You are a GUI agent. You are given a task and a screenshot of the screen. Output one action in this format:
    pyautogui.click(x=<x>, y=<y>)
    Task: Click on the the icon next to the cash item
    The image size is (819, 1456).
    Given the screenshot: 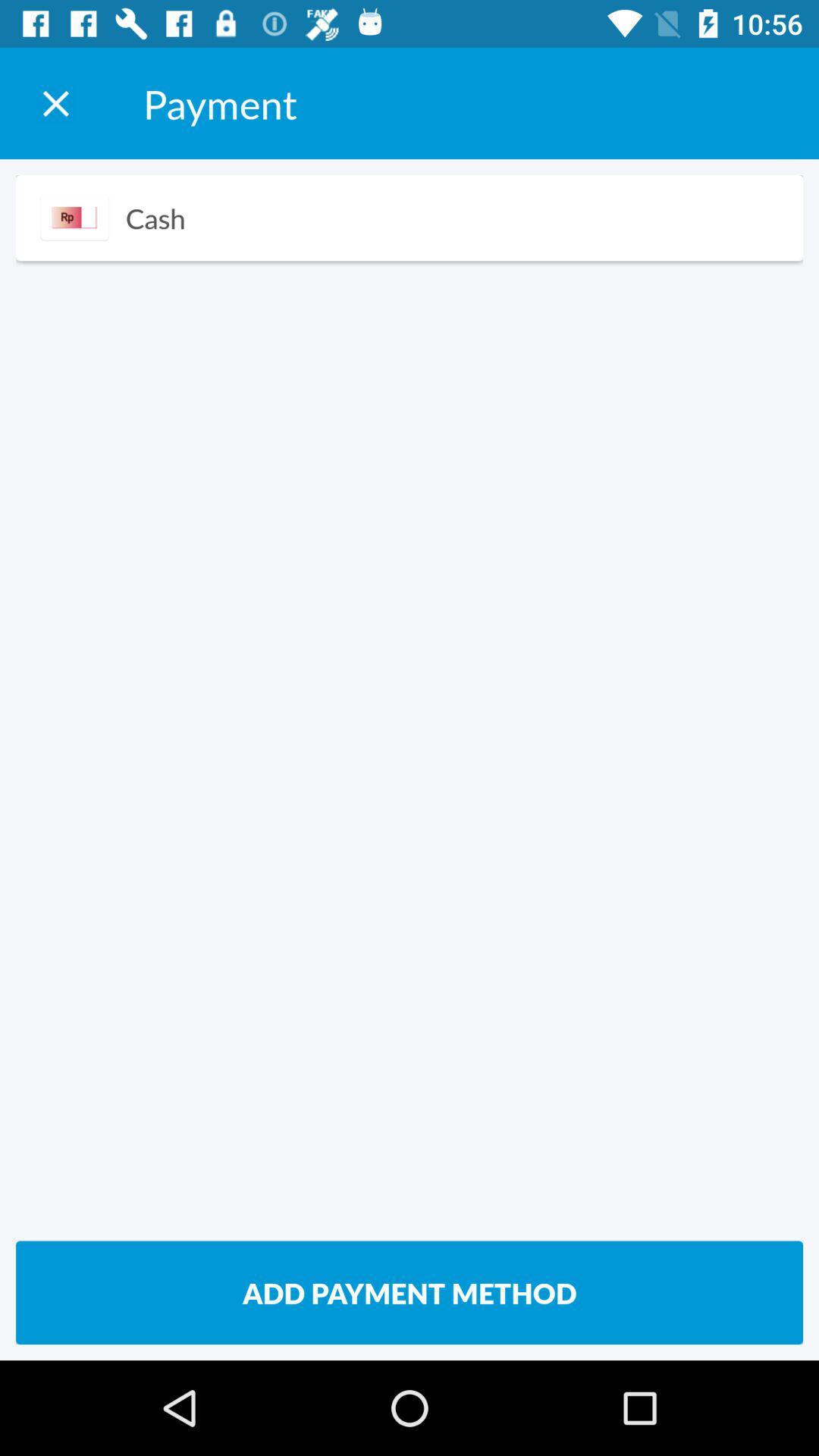 What is the action you would take?
    pyautogui.click(x=74, y=217)
    